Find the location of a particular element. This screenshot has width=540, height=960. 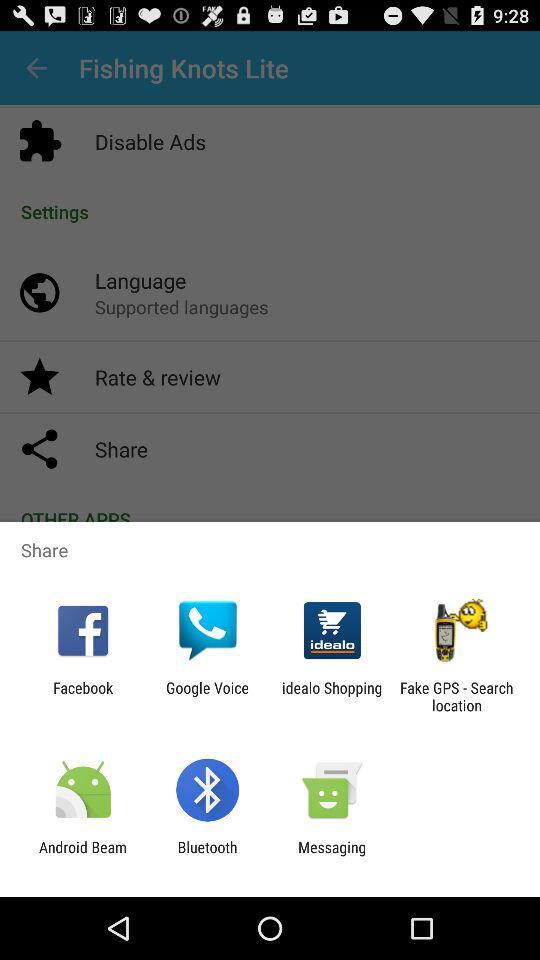

the app to the right of the facebook app is located at coordinates (206, 696).